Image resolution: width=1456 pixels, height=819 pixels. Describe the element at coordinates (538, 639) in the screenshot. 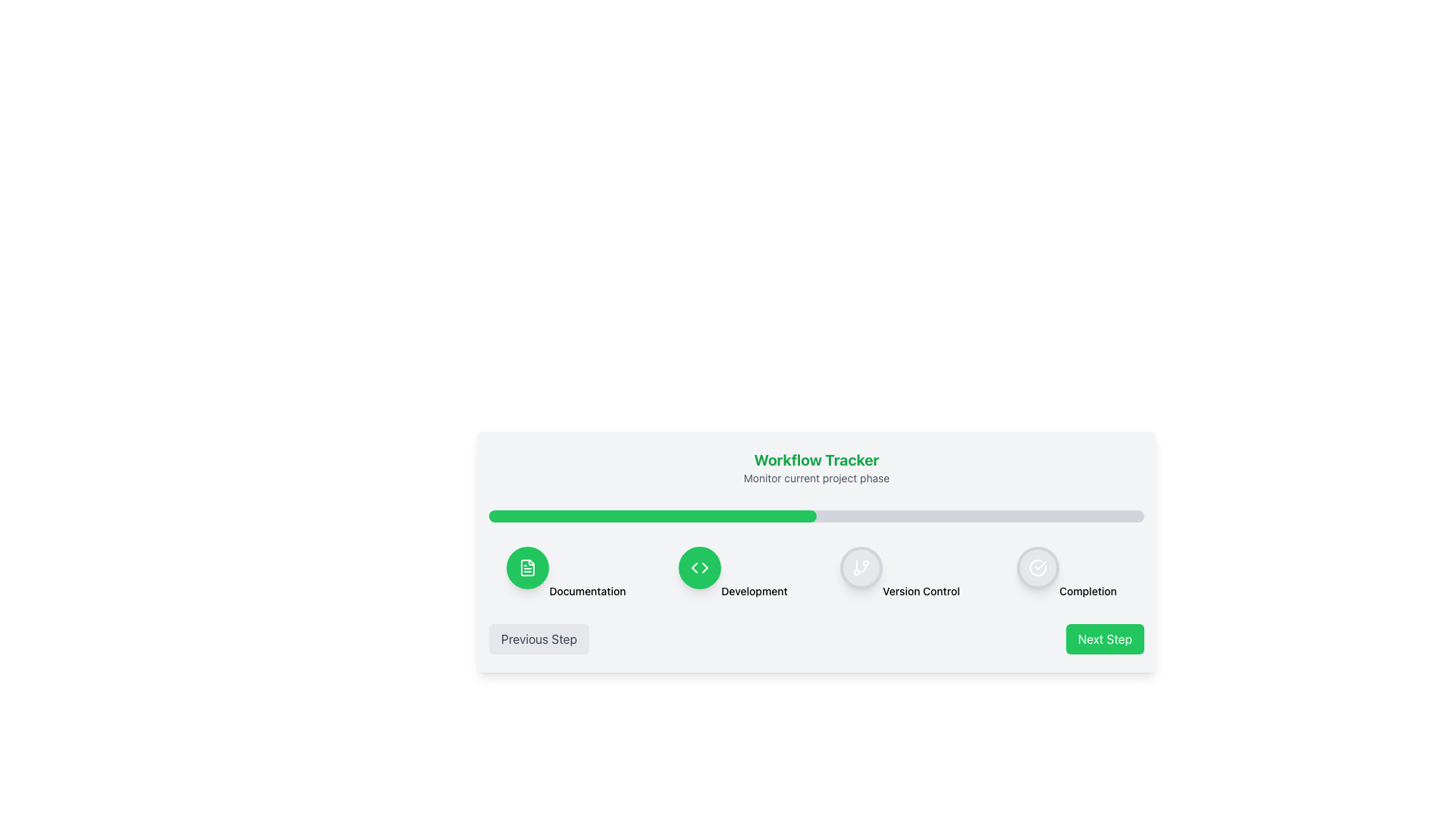

I see `the leftmost button in the bottom-left corner of the navigation section to change its background color` at that location.